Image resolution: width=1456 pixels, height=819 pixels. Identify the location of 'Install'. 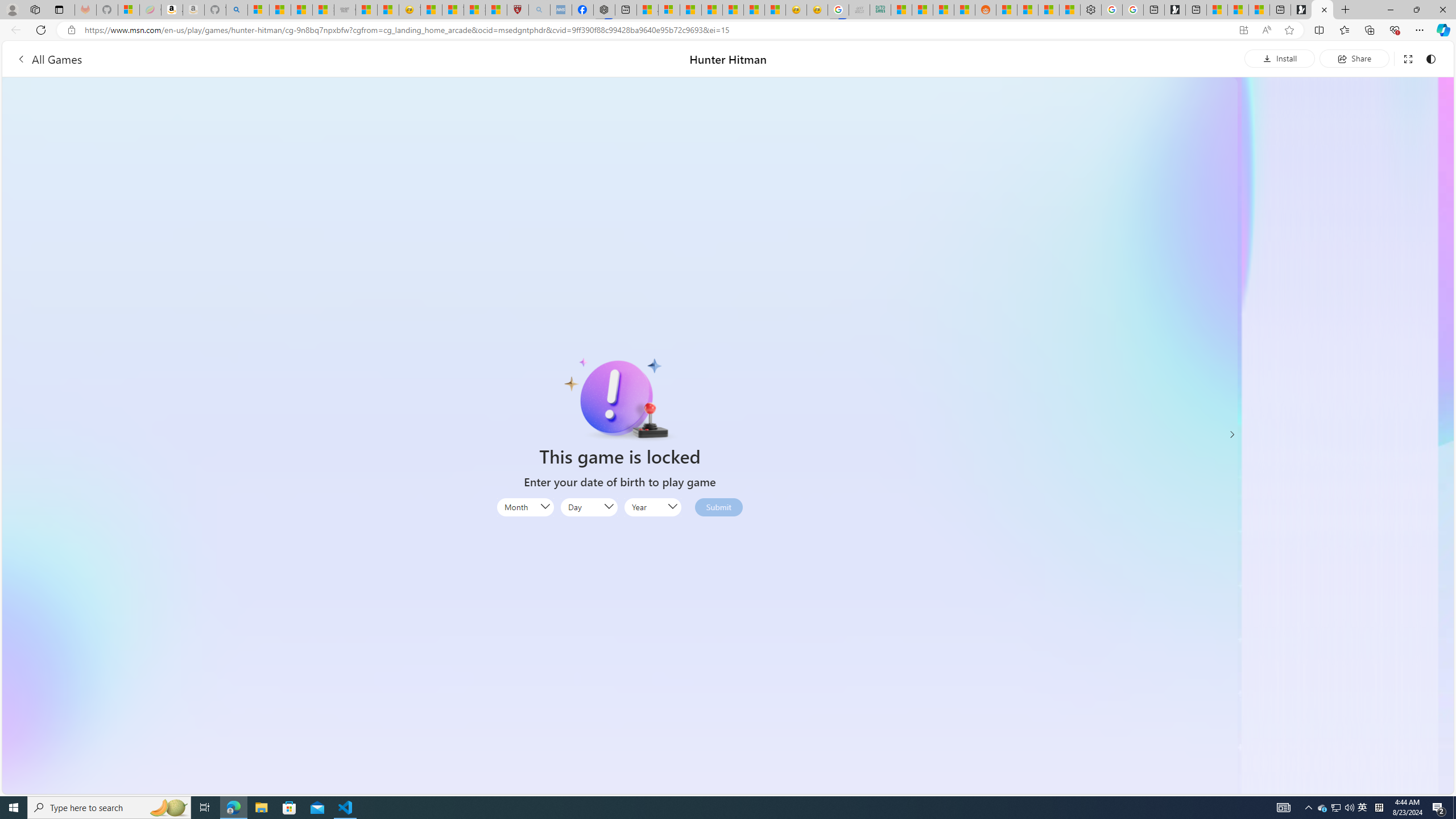
(1280, 58).